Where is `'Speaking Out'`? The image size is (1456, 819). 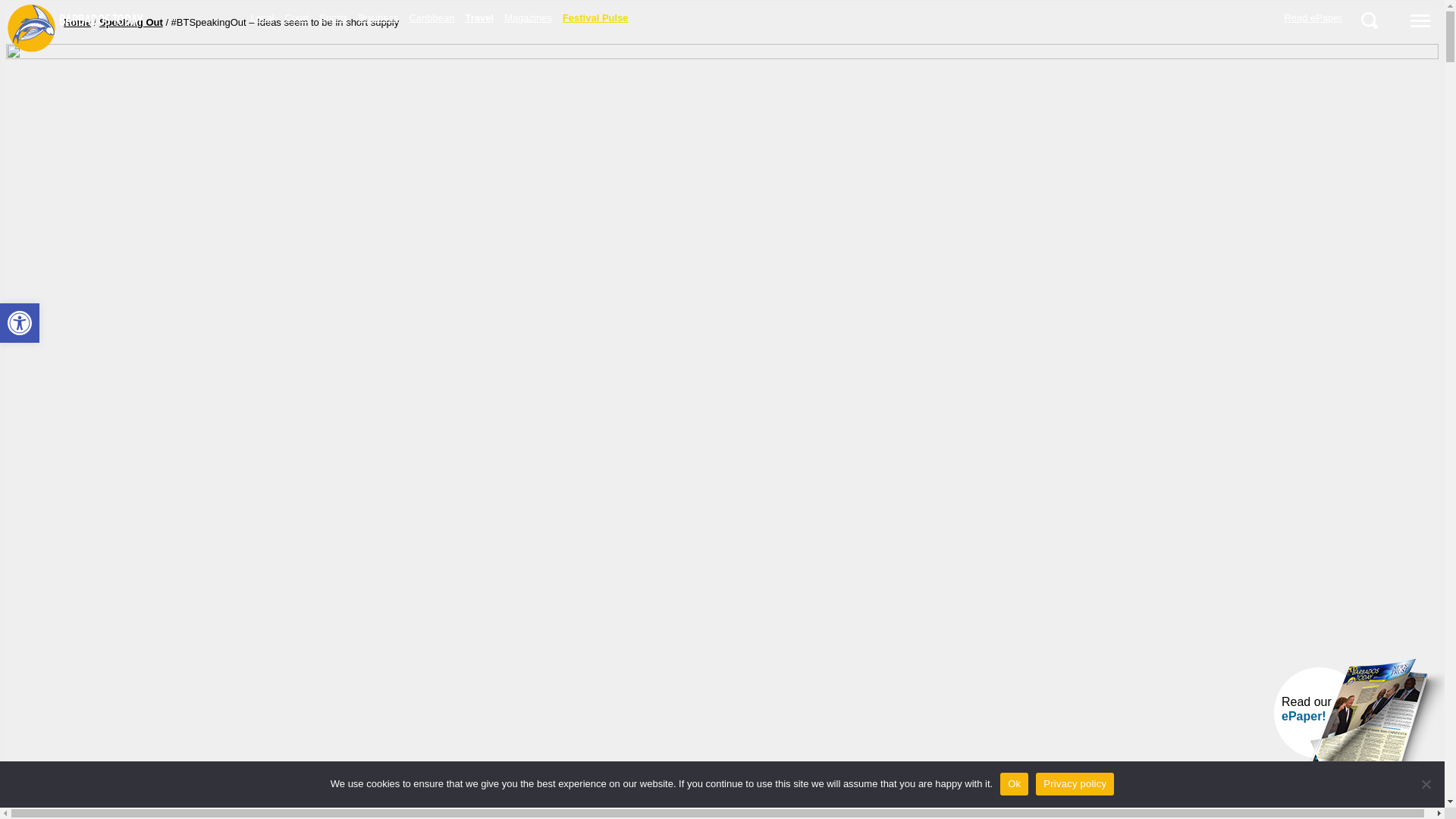 'Speaking Out' is located at coordinates (98, 22).